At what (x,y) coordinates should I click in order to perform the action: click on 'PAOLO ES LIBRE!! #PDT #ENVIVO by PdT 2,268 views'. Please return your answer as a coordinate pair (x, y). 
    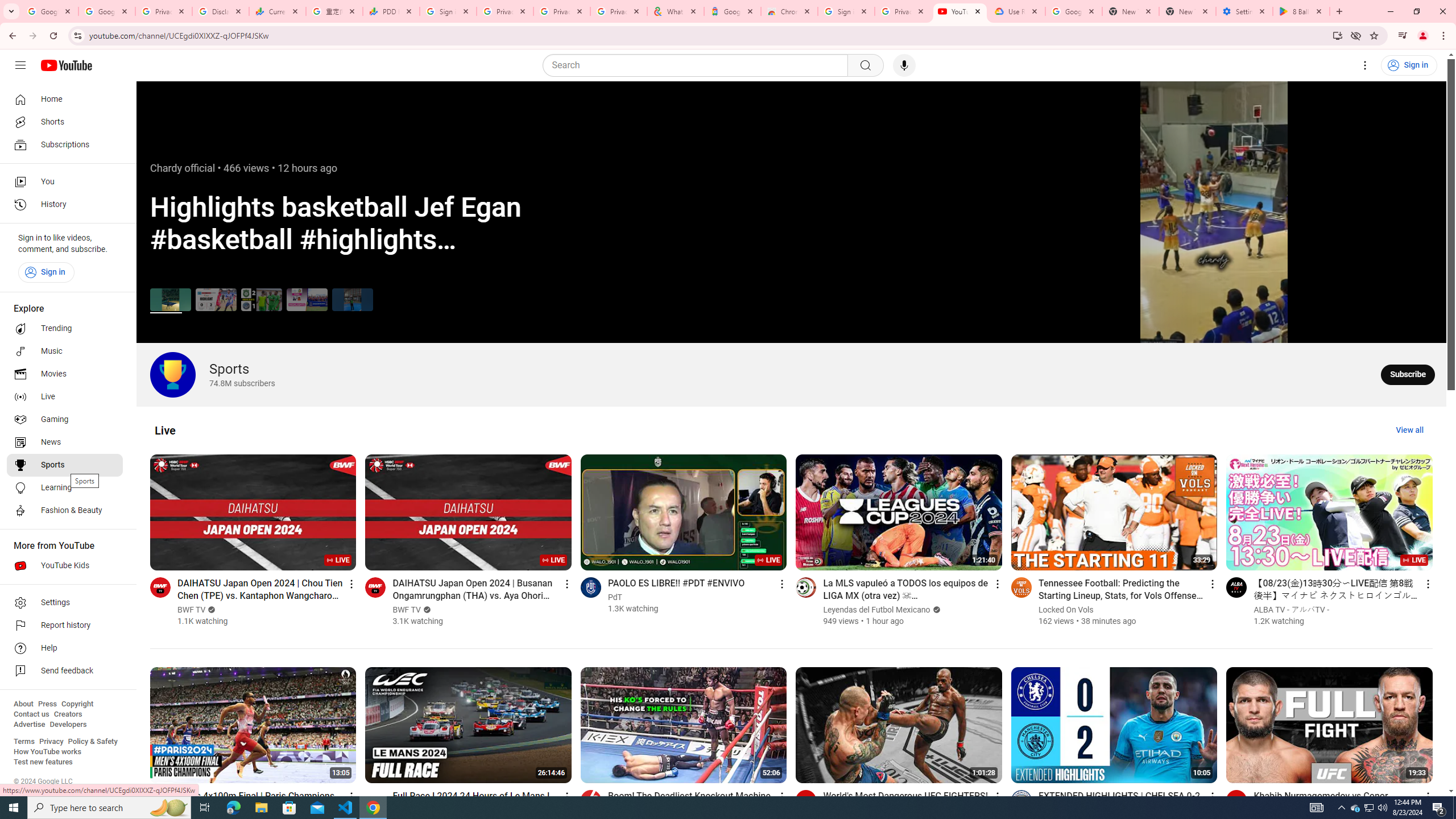
    Looking at the image, I should click on (676, 583).